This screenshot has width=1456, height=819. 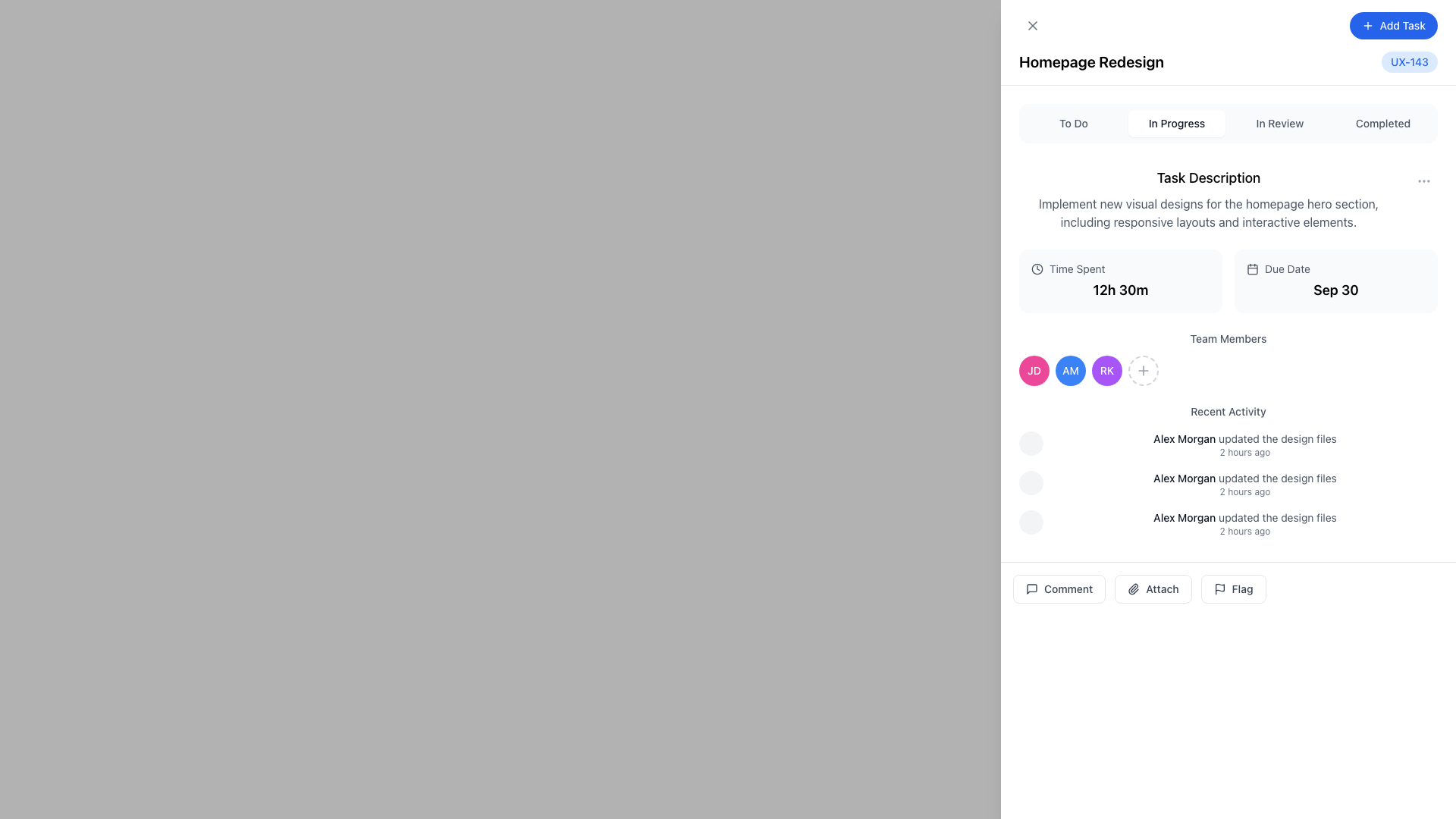 What do you see at coordinates (1032, 26) in the screenshot?
I see `the close icon button located in the header section near the top left corner` at bounding box center [1032, 26].